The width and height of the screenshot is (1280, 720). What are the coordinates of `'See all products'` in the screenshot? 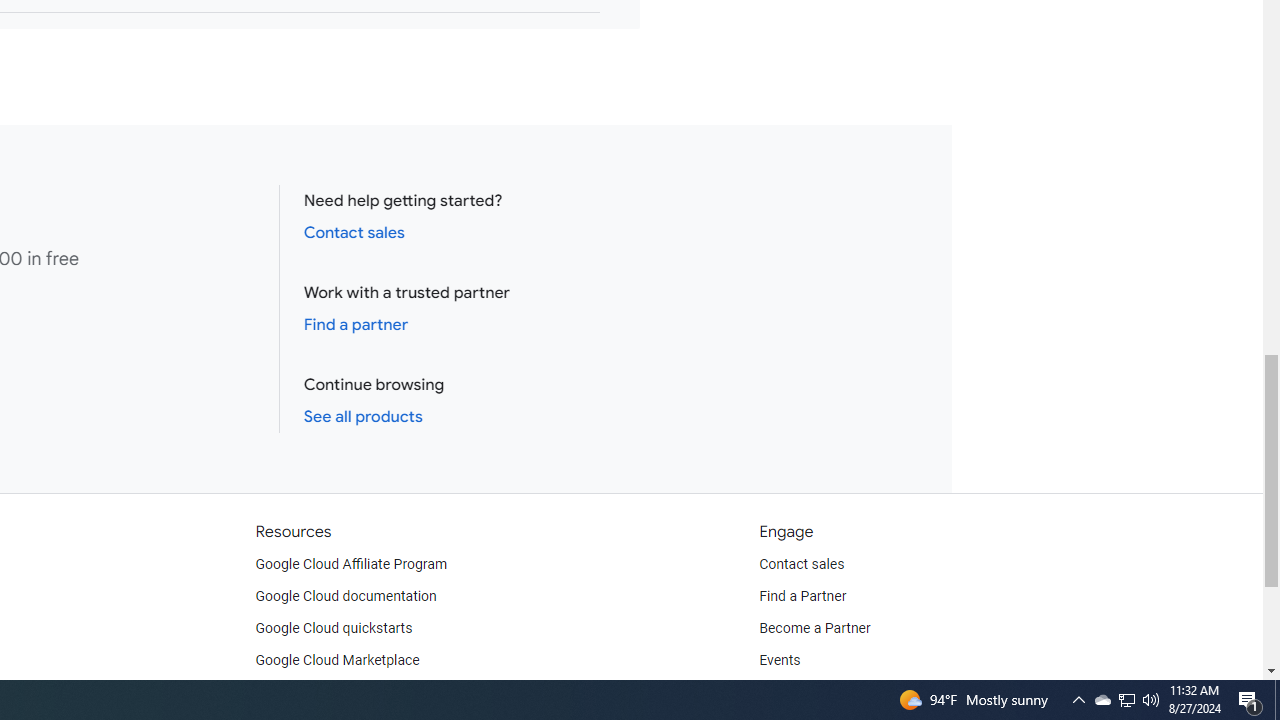 It's located at (362, 415).